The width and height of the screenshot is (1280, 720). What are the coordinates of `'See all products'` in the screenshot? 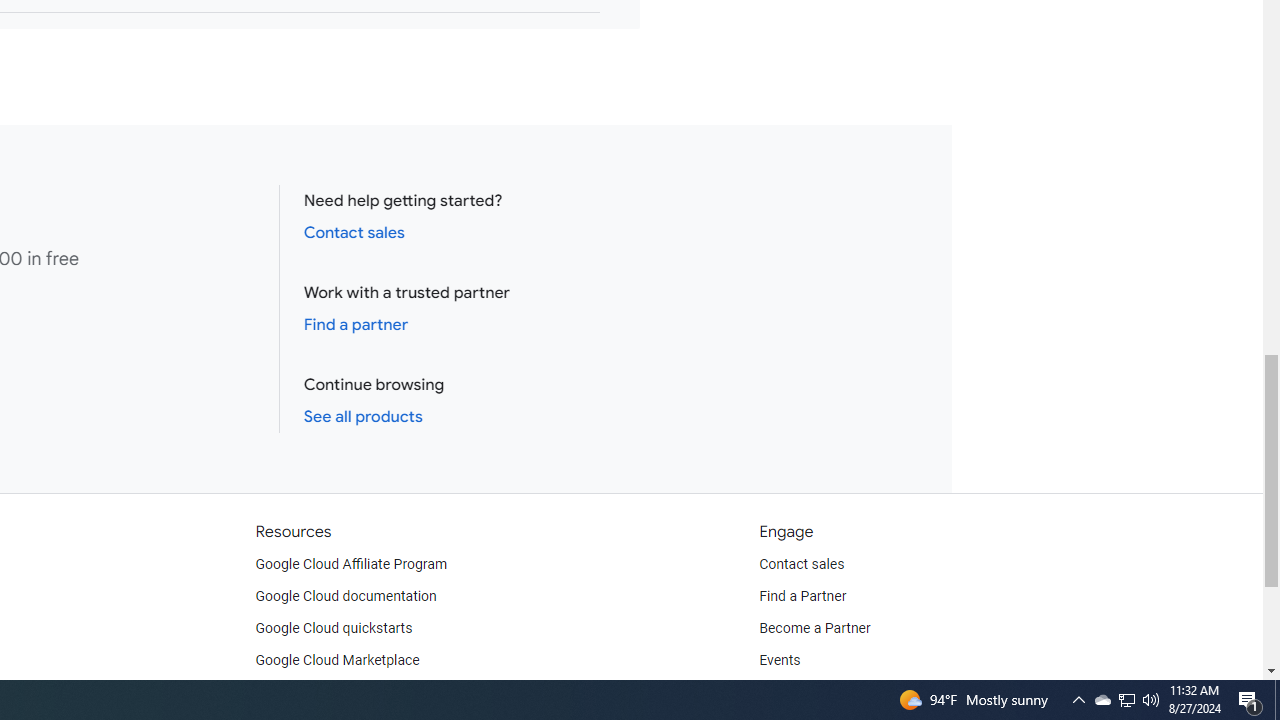 It's located at (362, 415).